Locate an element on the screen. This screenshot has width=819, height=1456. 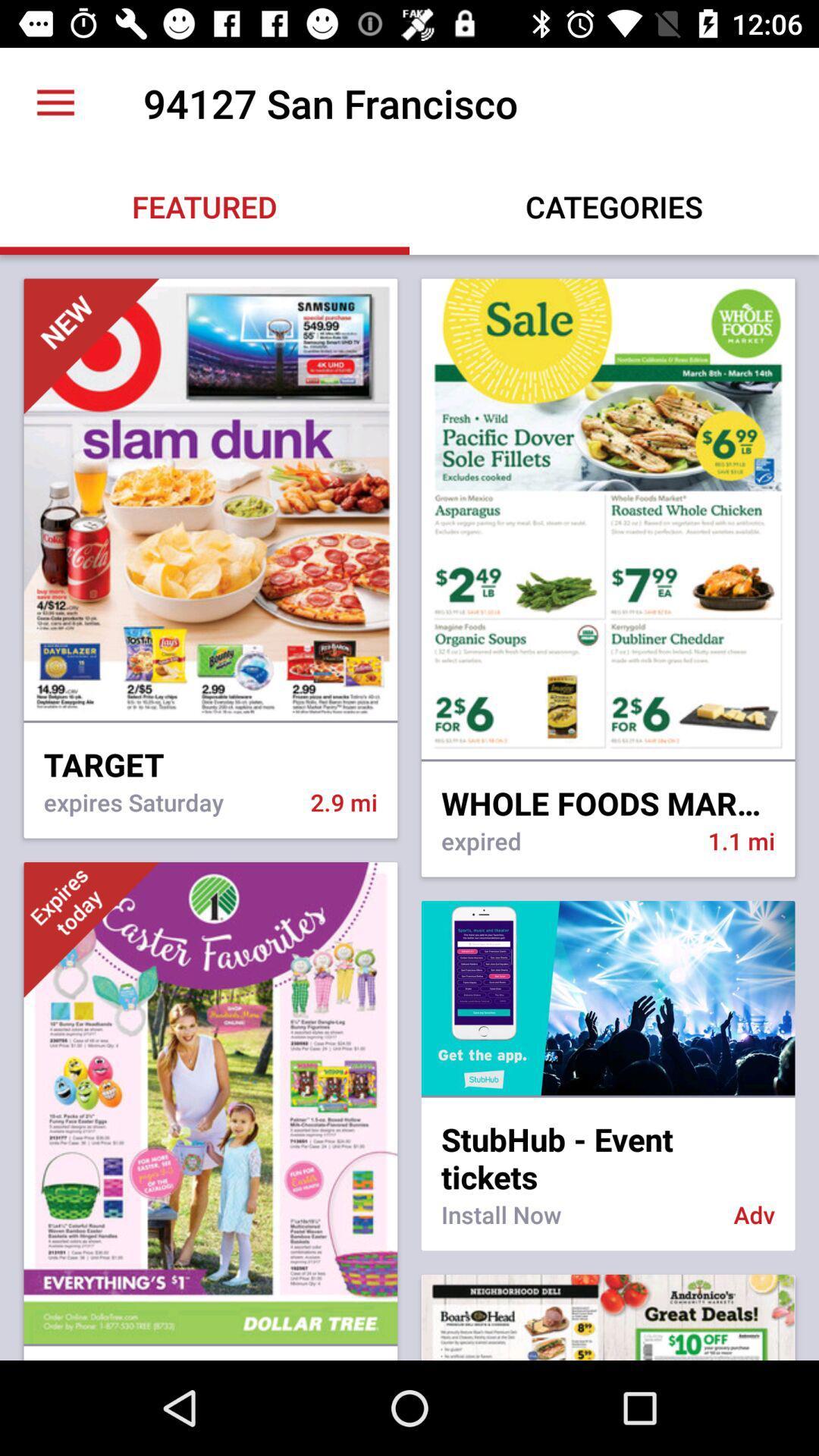
the second thumbnail is located at coordinates (607, 520).